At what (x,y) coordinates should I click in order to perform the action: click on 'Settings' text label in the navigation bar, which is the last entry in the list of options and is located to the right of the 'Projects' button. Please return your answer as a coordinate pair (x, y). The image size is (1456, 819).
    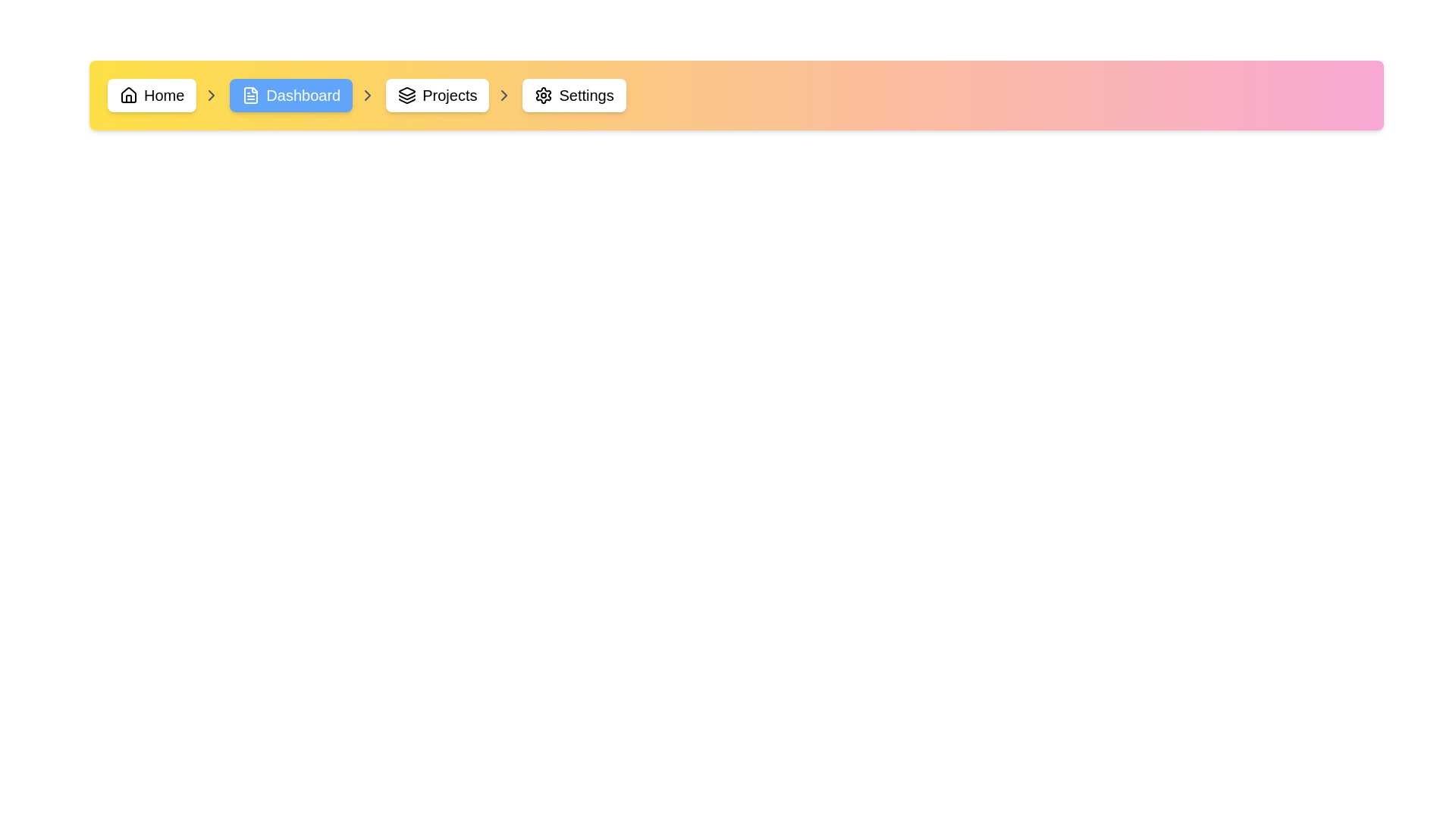
    Looking at the image, I should click on (585, 96).